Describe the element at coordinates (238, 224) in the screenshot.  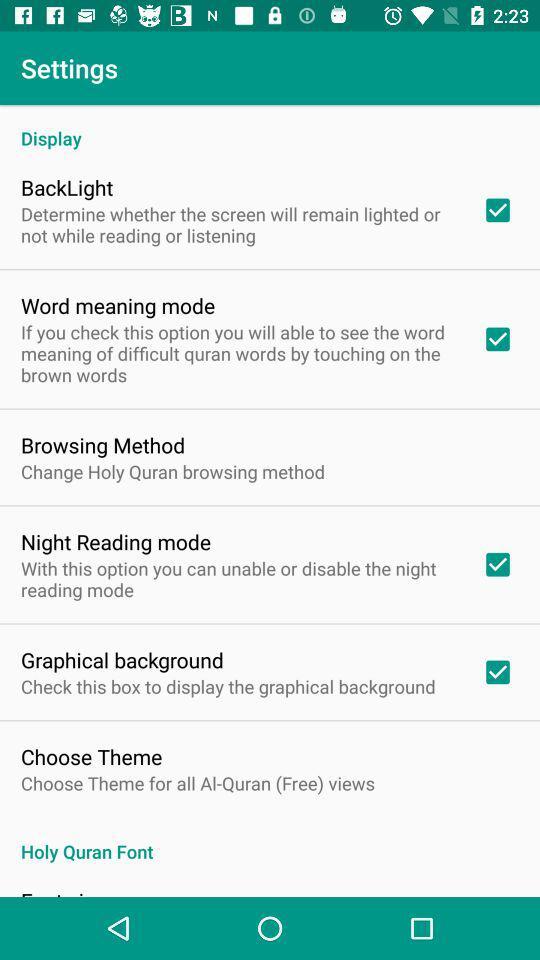
I see `icon below backlight item` at that location.